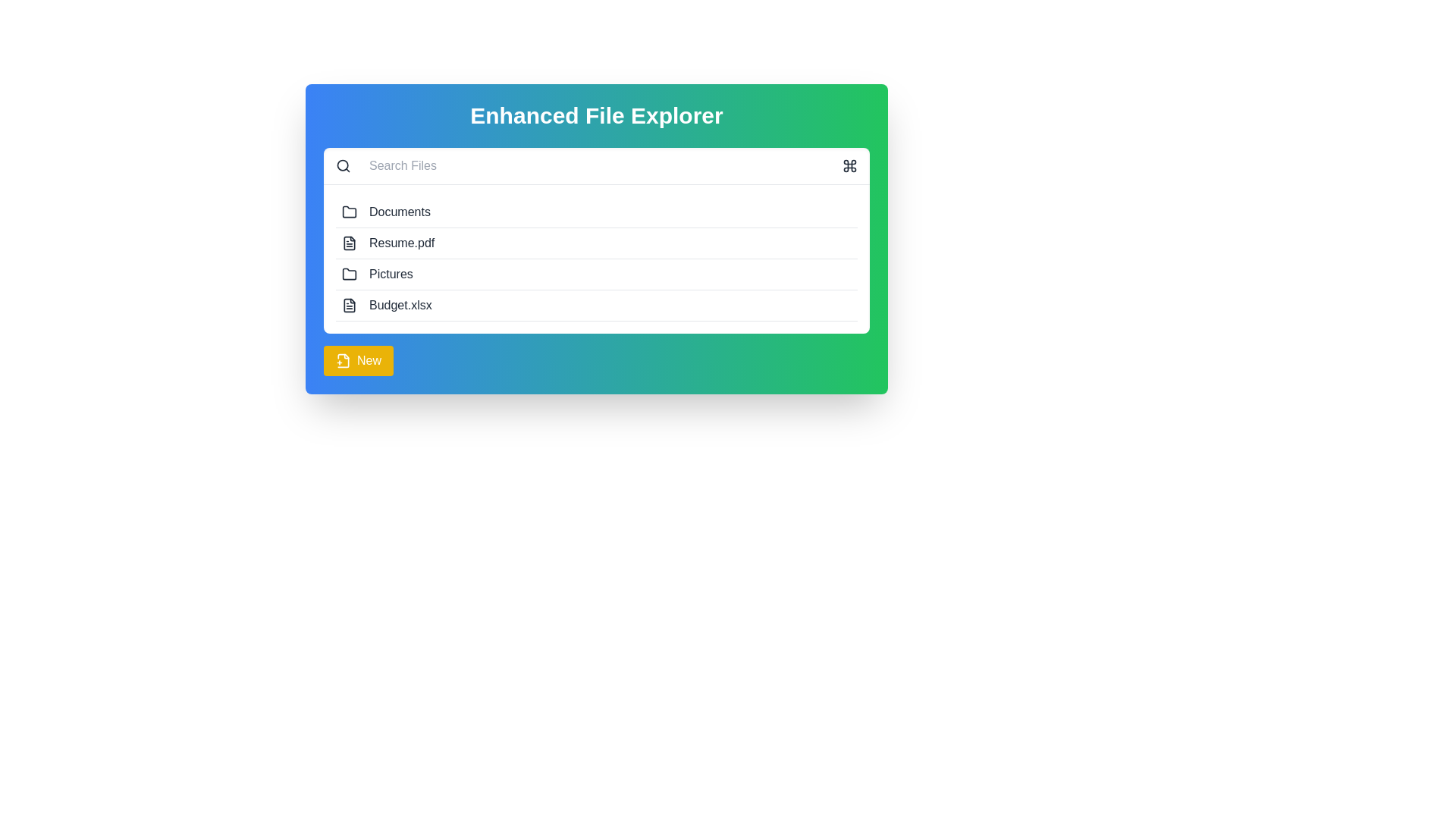 This screenshot has height=819, width=1456. What do you see at coordinates (596, 243) in the screenshot?
I see `the list item labeled 'Resume.pdf' in the file management interface` at bounding box center [596, 243].